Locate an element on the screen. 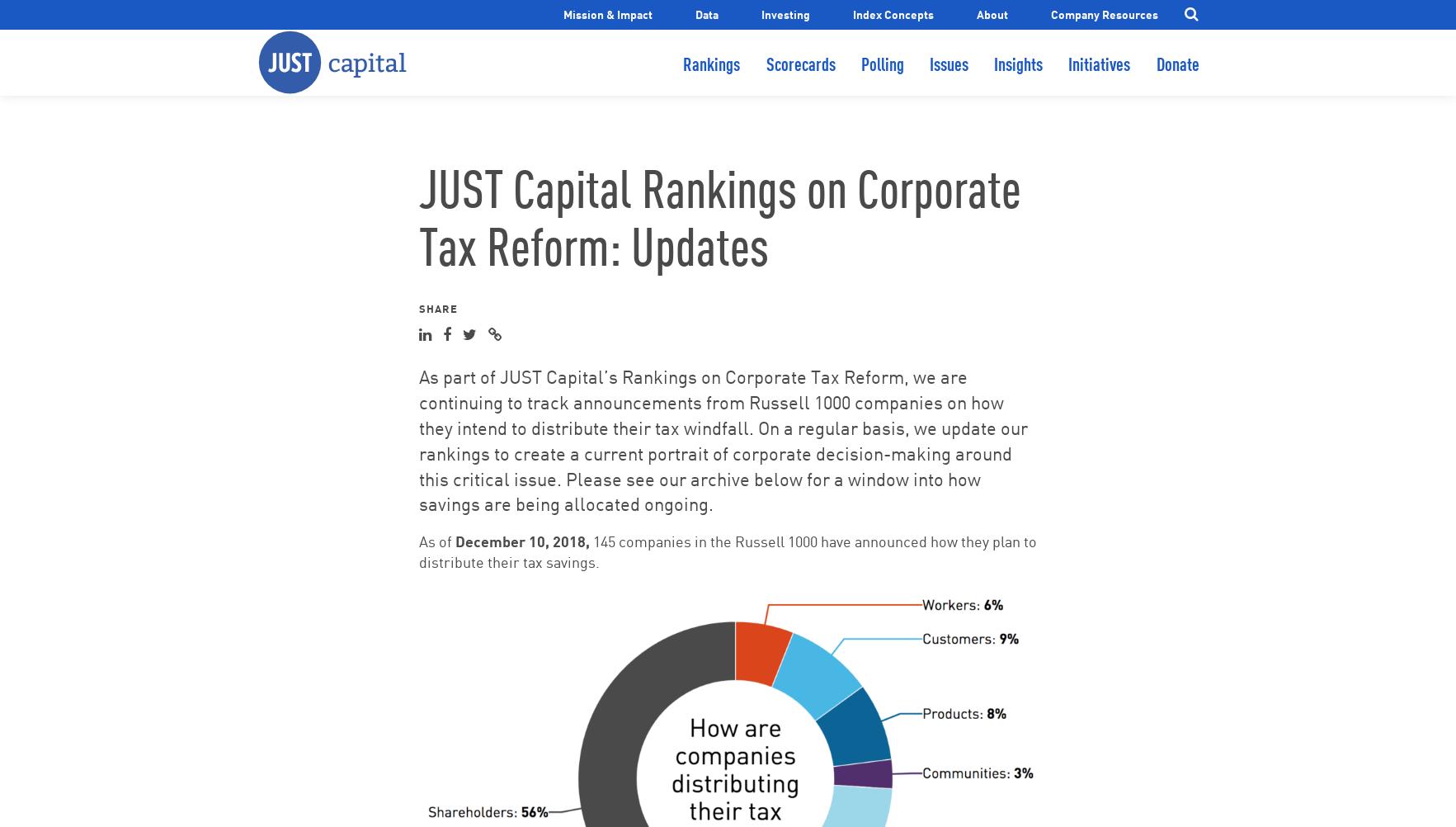 The width and height of the screenshot is (1456, 827). 'As part of JUST Capital’s Rankings on Corporate Tax Reform, we are continuing to track announcements from Russell 1000 companies on how they intend to distribute their tax windfall. On a regular basis, we update our rankings to create a current portrait of corporate decision-making around this critical issue. Please see our archive below for a window into how savings are being allocated ongoing.' is located at coordinates (721, 439).